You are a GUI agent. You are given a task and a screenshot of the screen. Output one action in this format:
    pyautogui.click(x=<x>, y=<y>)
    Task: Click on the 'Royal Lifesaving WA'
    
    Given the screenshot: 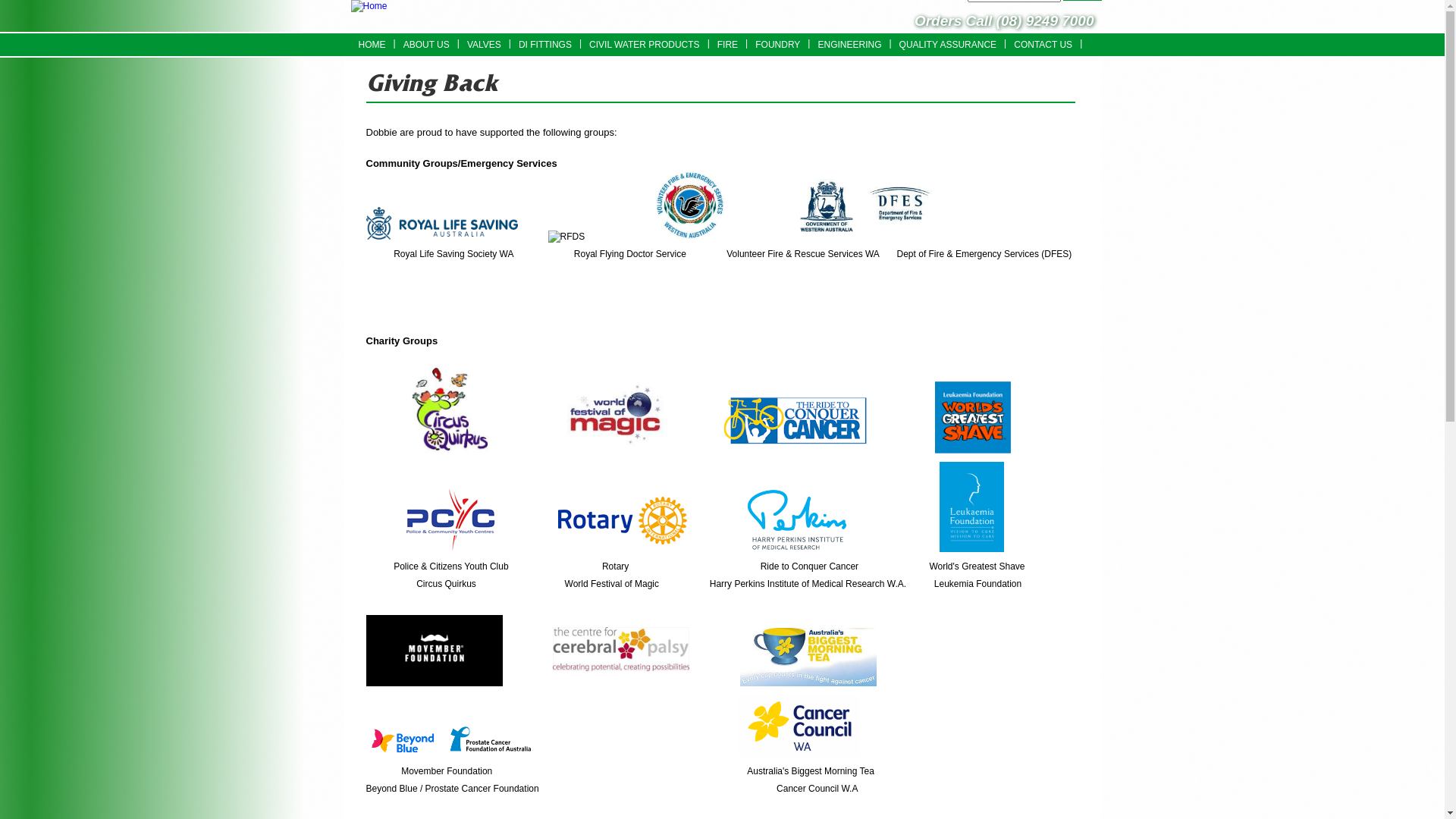 What is the action you would take?
    pyautogui.click(x=440, y=223)
    